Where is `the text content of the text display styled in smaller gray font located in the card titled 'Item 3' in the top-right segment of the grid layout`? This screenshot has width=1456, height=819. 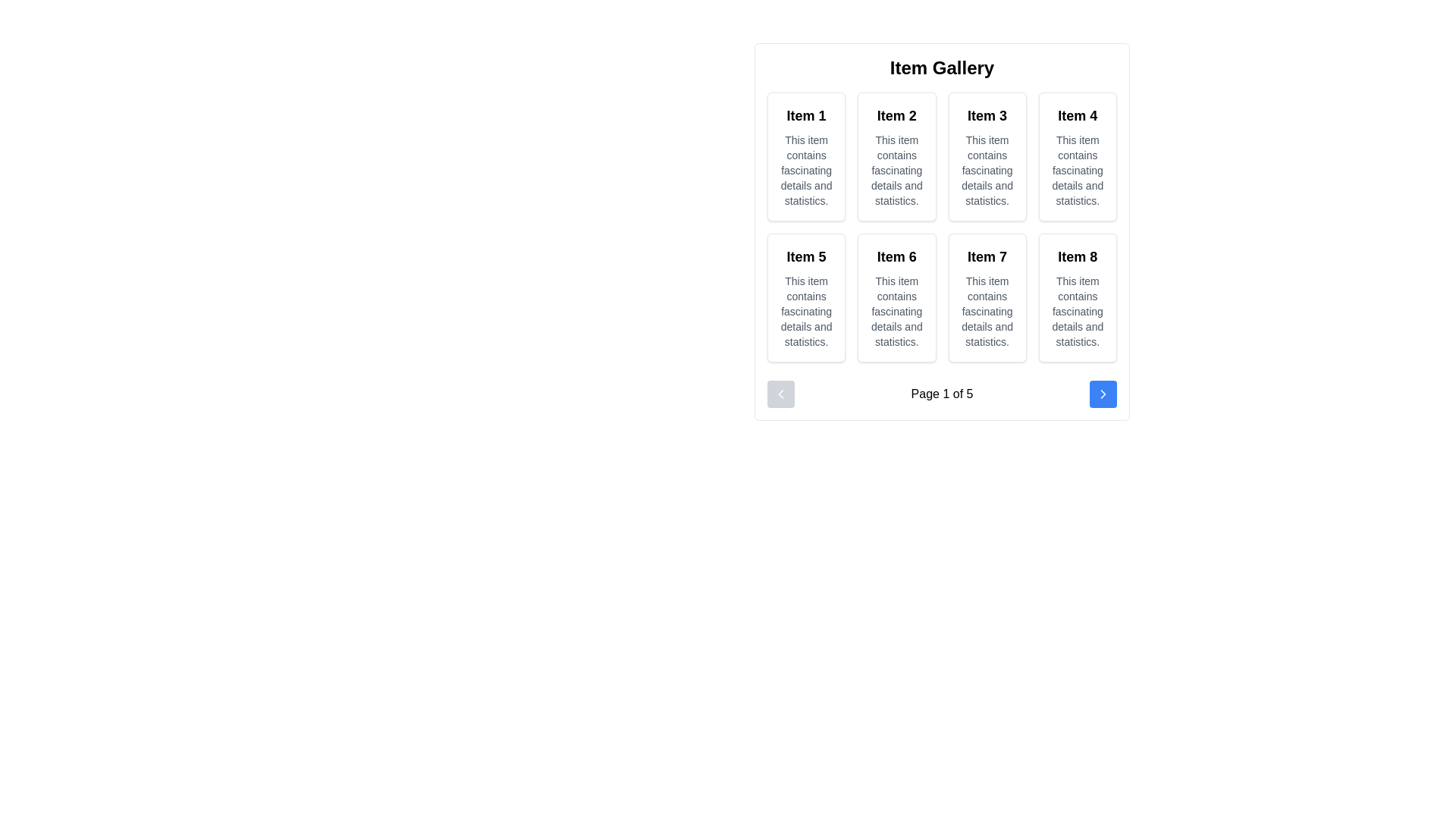
the text content of the text display styled in smaller gray font located in the card titled 'Item 3' in the top-right segment of the grid layout is located at coordinates (987, 170).